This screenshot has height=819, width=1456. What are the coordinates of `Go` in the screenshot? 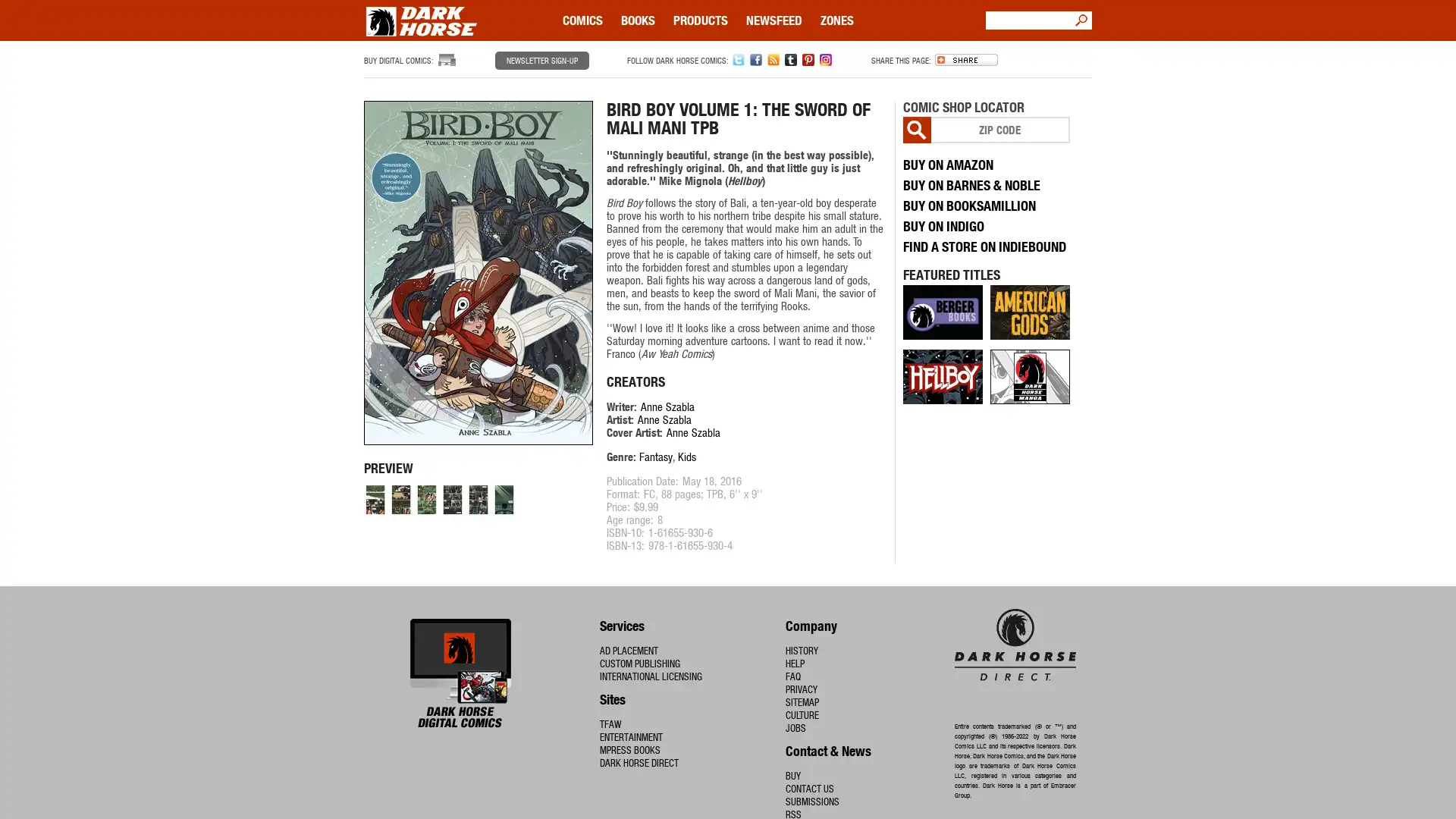 It's located at (916, 128).